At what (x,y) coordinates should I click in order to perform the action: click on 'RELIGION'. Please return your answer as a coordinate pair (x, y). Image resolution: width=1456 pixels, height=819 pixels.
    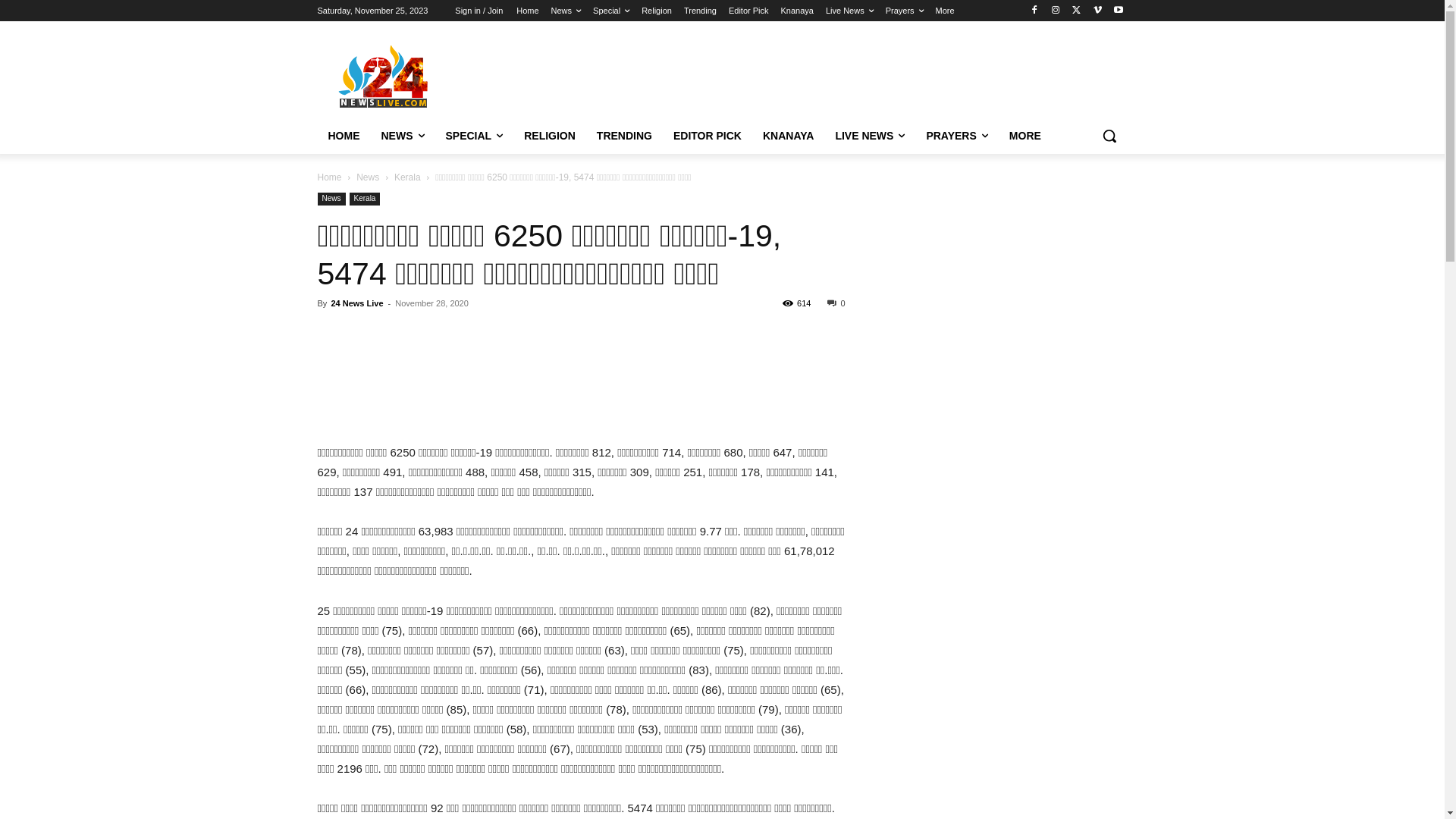
    Looking at the image, I should click on (548, 134).